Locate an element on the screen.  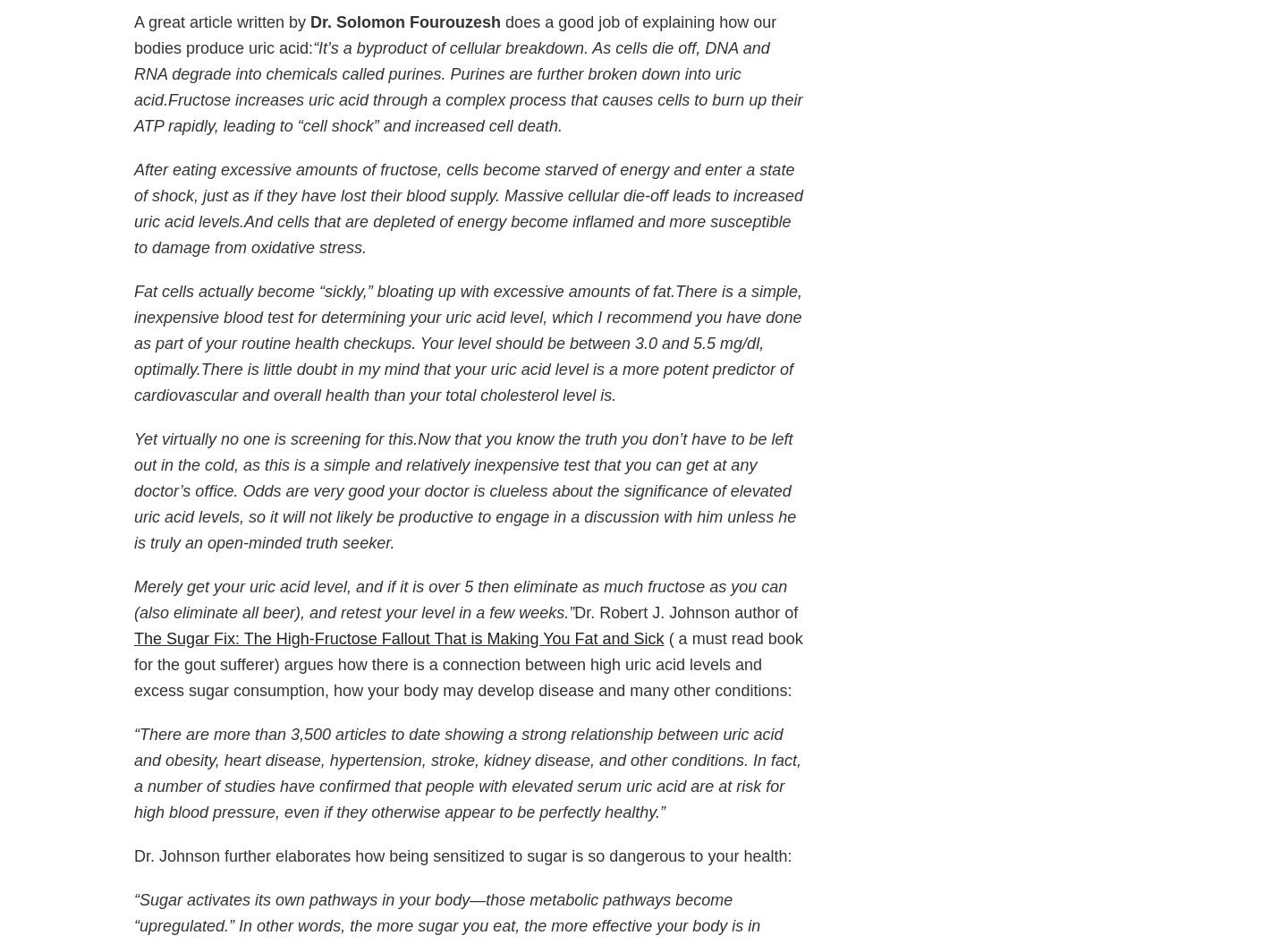
'There is a simple, inexpensive blood test for determining your uric acid level, which I recommend you have done as part of your routine health checkups. Your level should be between 3.0 and 5.5 mg/dl, optimally.' is located at coordinates (467, 330).